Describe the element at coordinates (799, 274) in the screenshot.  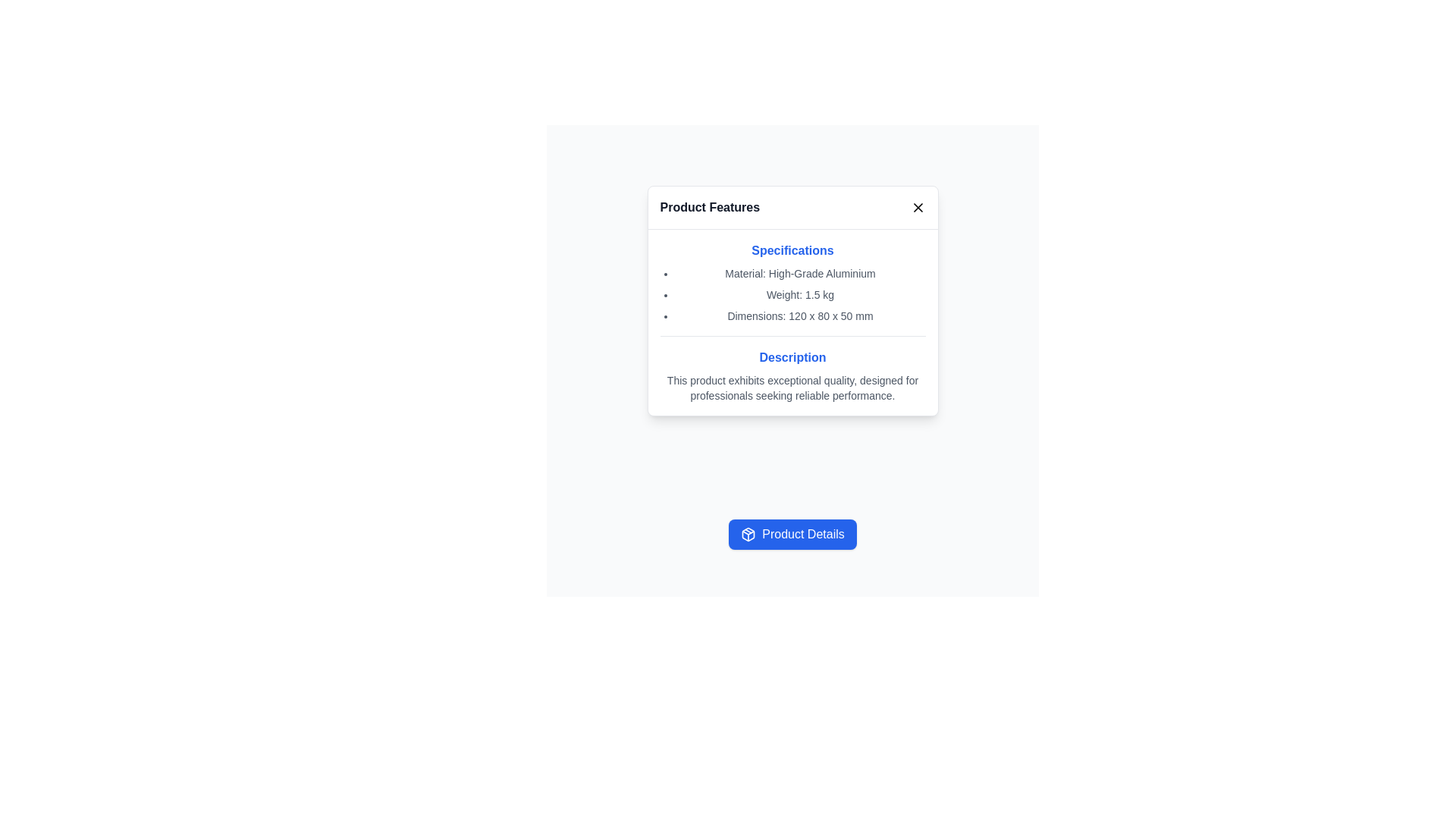
I see `text of the first item in the bullet-point list under the 'Specifications' heading that states 'Material: High-Grade Aluminium'` at that location.